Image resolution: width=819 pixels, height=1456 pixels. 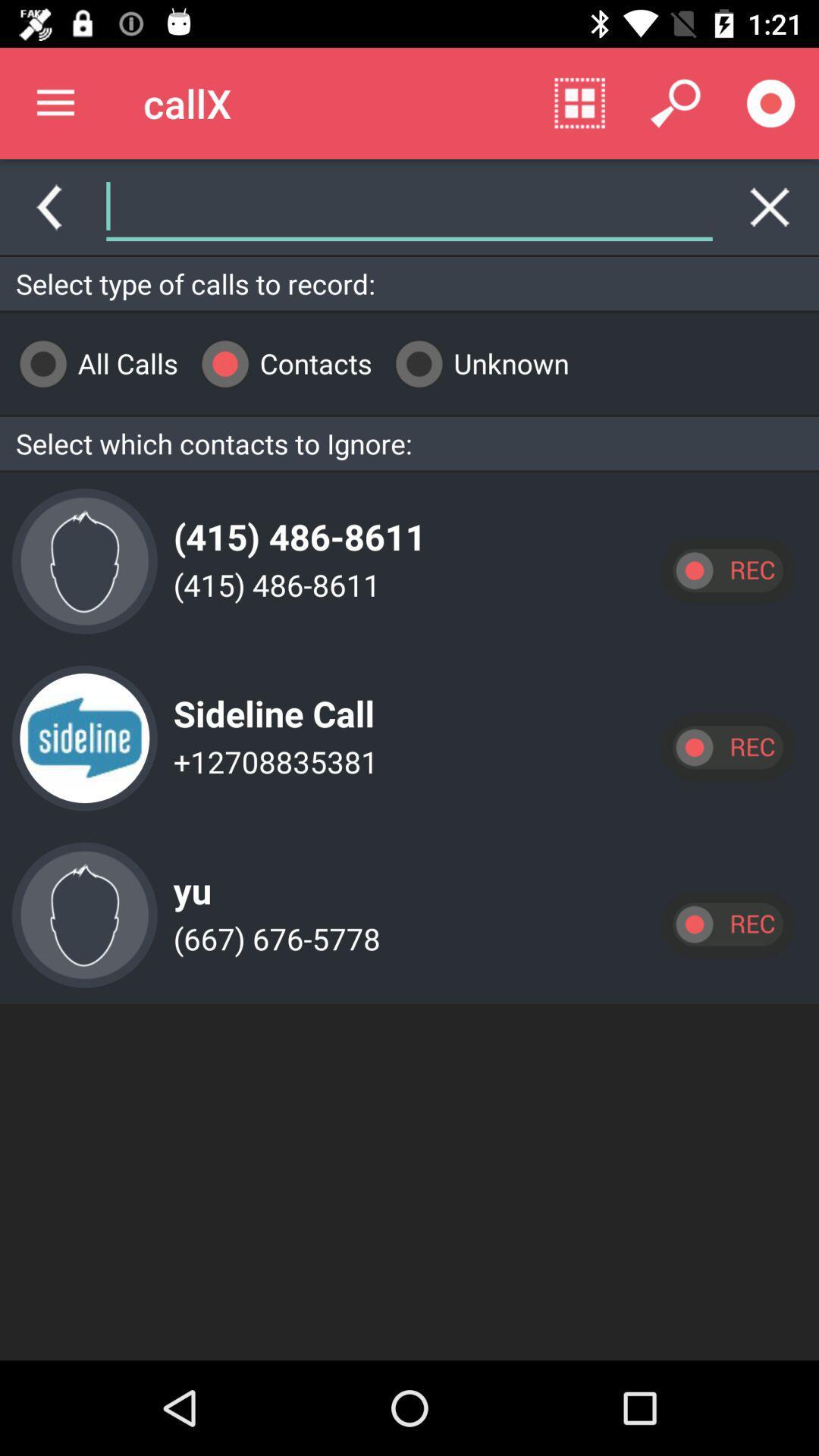 I want to click on the yu item, so click(x=187, y=878).